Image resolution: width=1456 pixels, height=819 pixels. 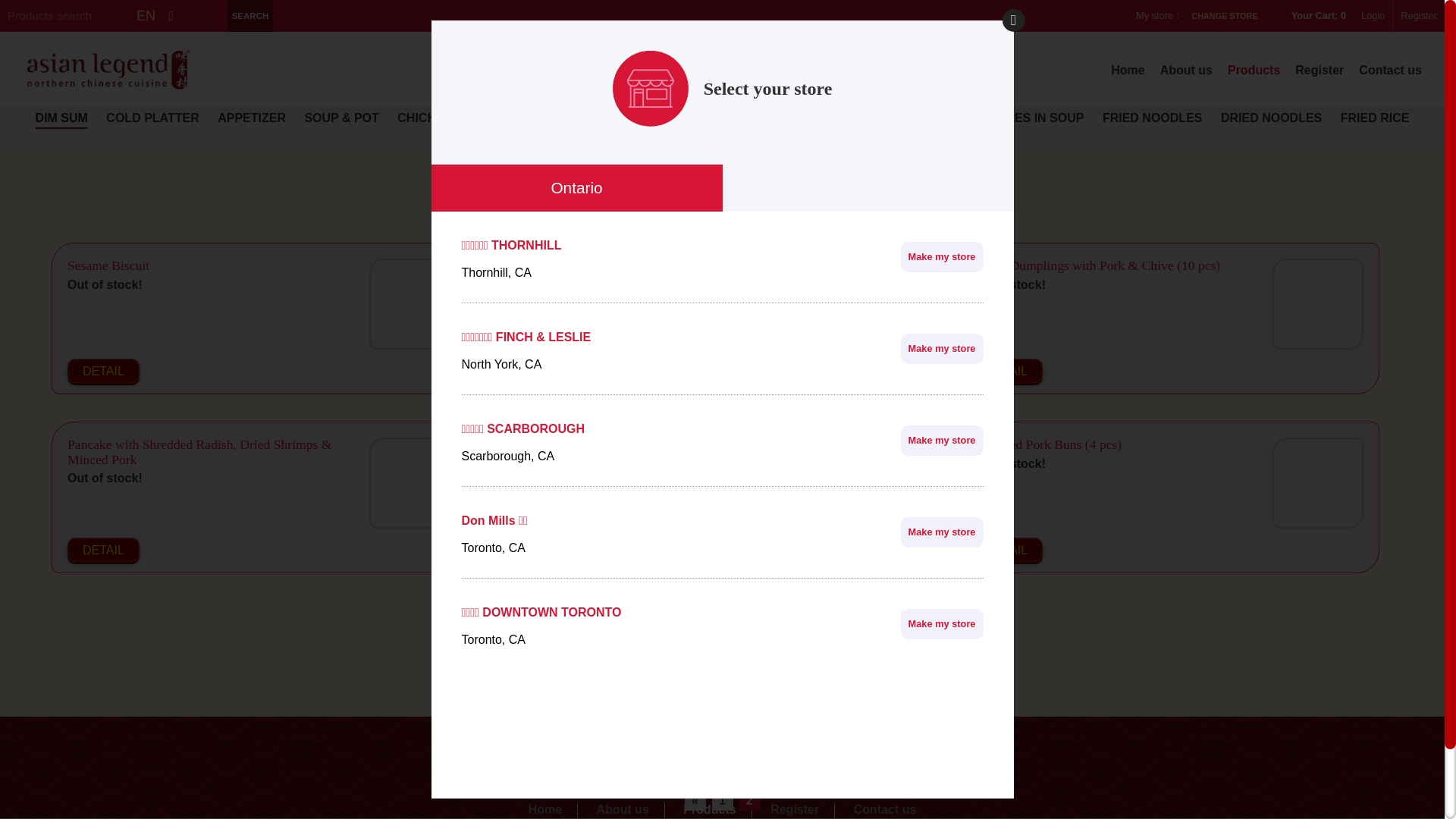 I want to click on 'Pan Fried Pork Buns (4 pcs)', so click(x=1045, y=444).